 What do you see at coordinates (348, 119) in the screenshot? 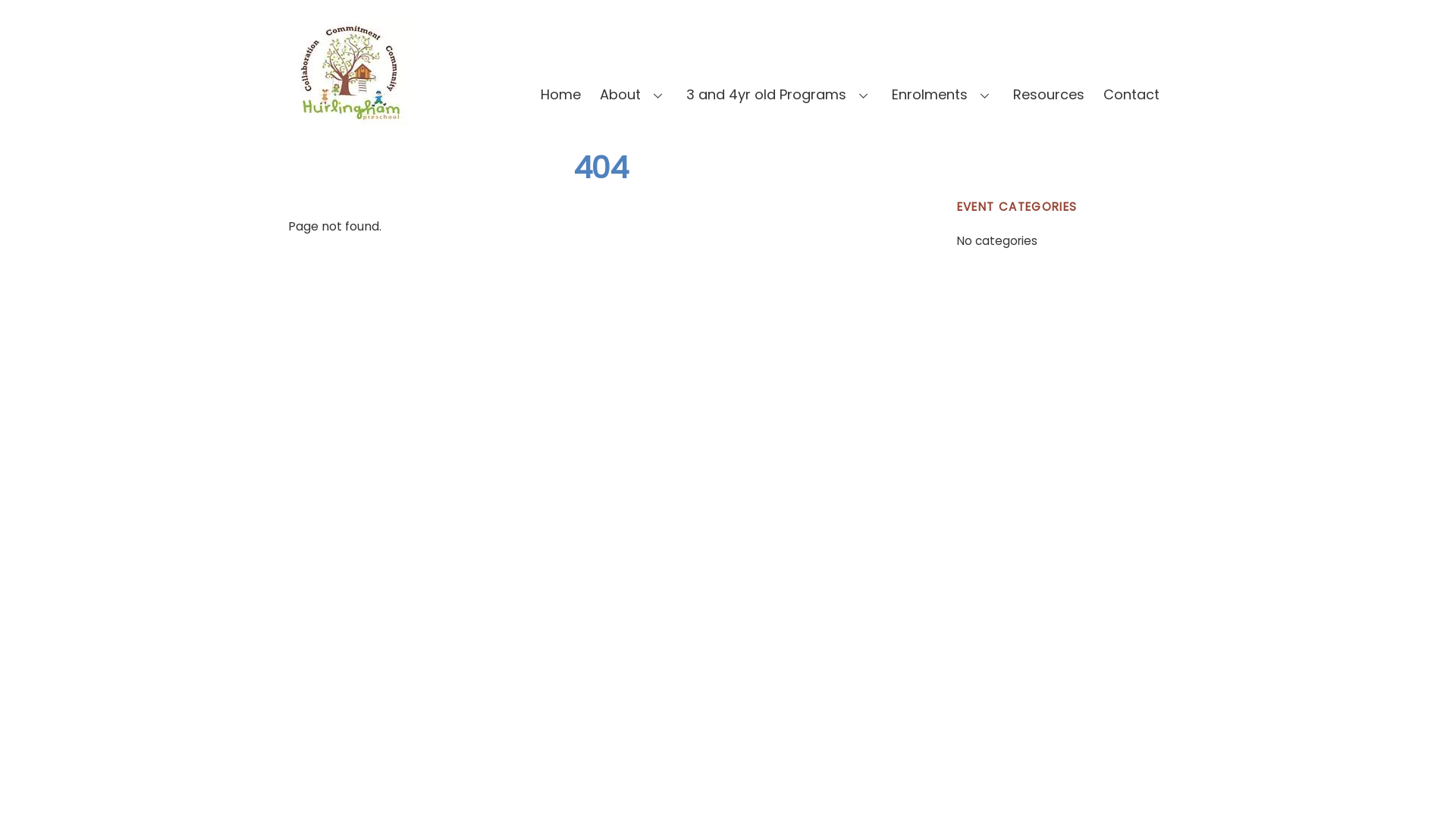
I see `'Hurlingham Preschool'` at bounding box center [348, 119].